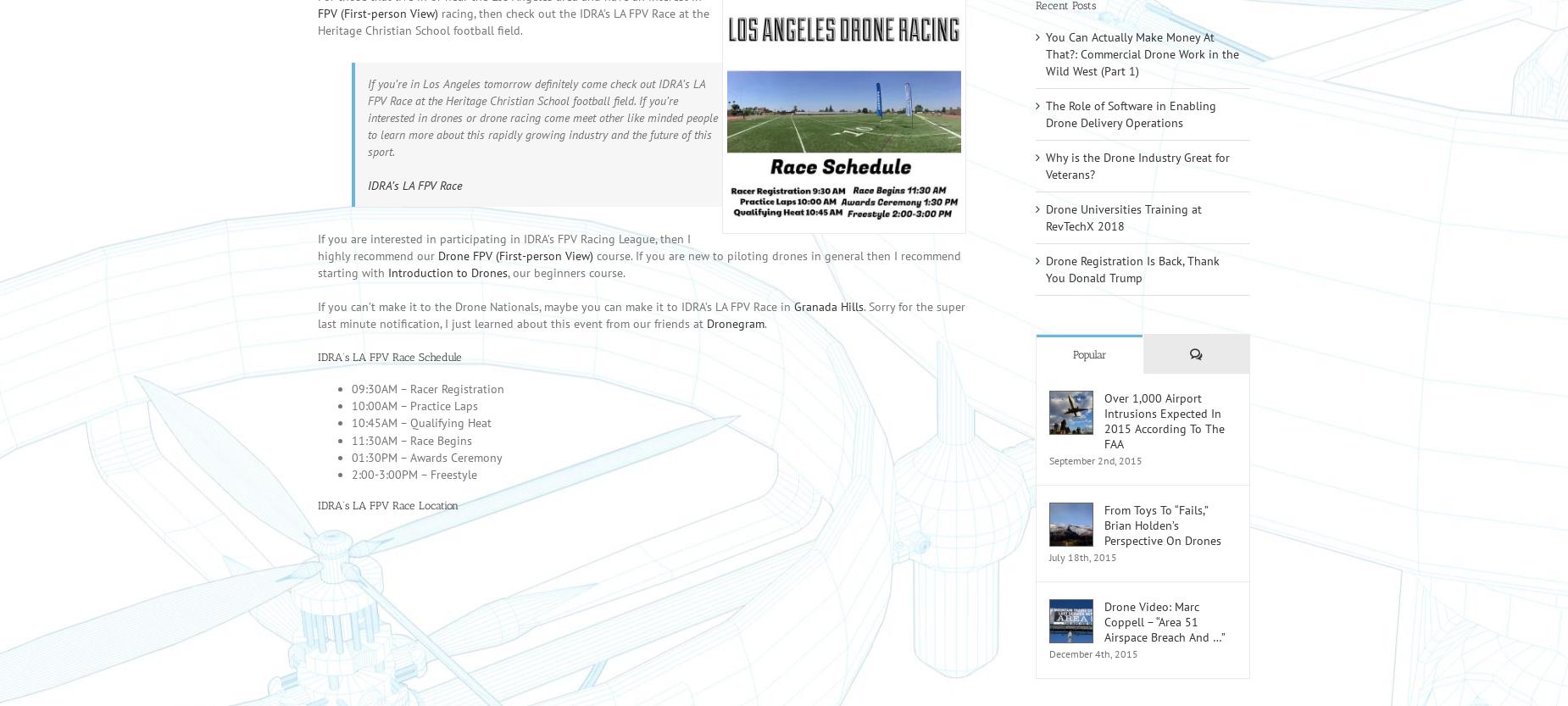 Image resolution: width=1568 pixels, height=706 pixels. I want to click on 'Over 1,000 Airport Intrusions Expected In 2015 According To The FAA', so click(1103, 444).